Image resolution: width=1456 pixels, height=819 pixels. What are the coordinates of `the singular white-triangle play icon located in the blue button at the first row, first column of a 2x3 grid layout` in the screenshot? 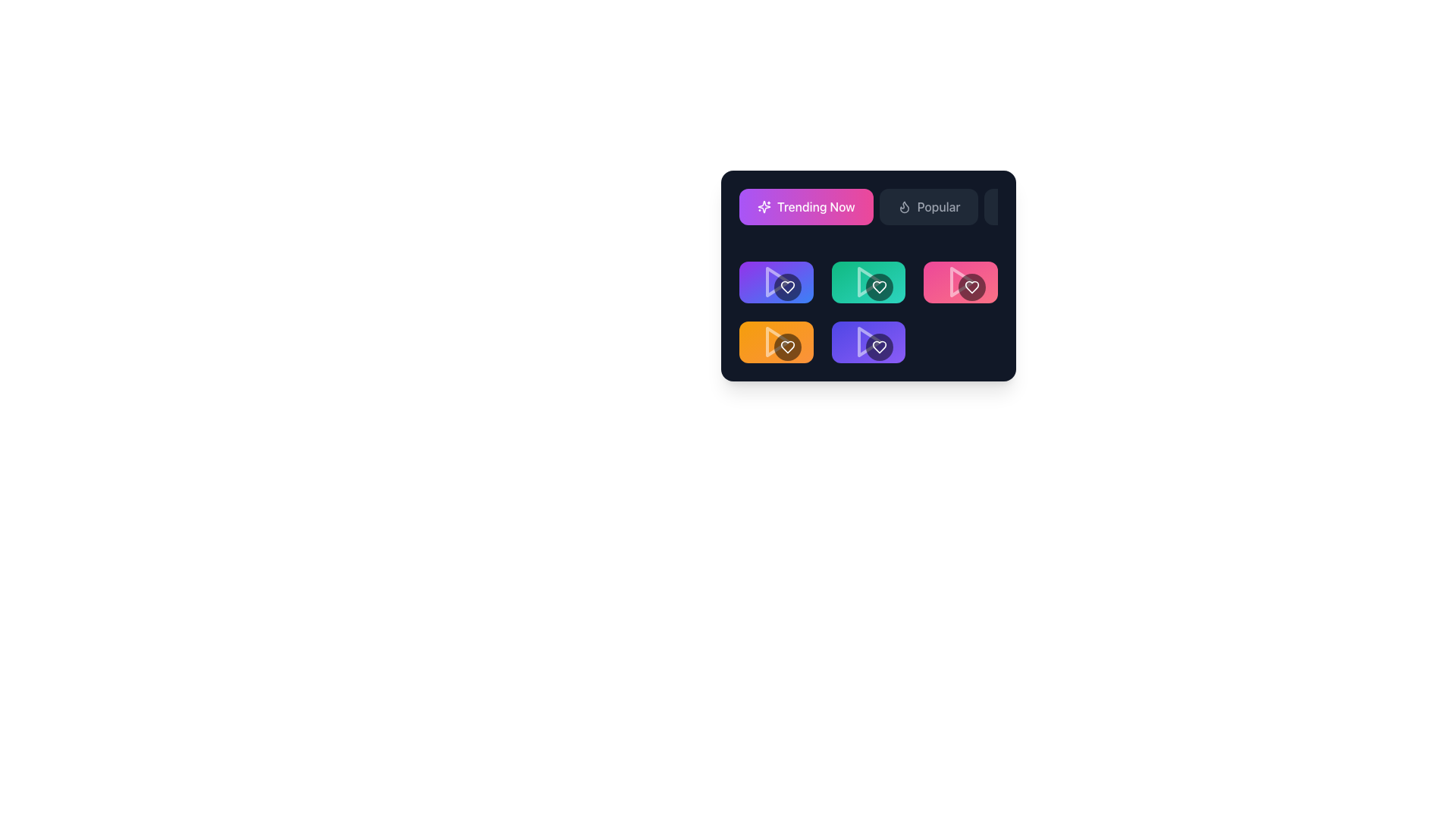 It's located at (777, 282).